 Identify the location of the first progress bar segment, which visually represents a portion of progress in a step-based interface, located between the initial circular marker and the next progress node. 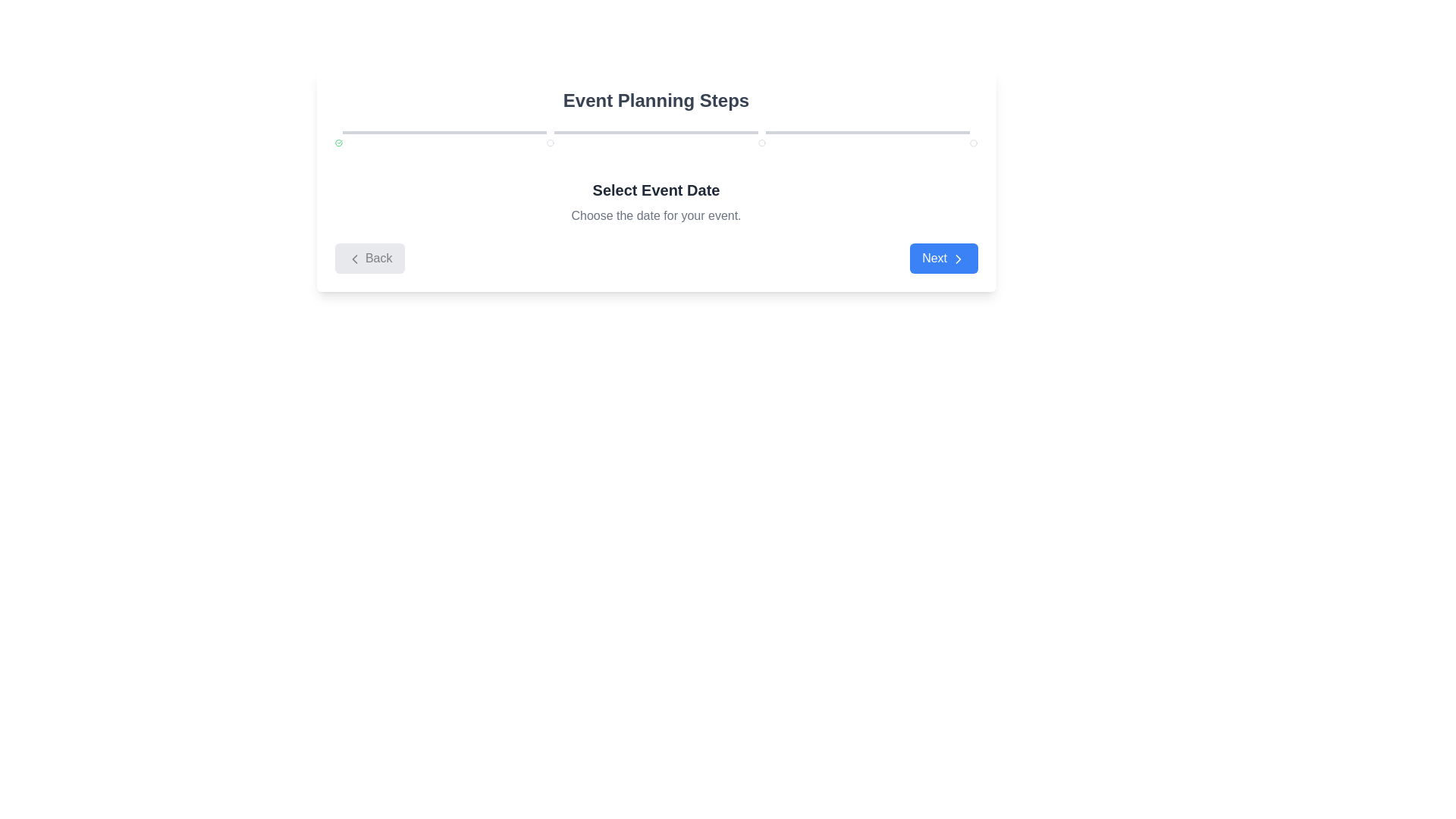
(444, 131).